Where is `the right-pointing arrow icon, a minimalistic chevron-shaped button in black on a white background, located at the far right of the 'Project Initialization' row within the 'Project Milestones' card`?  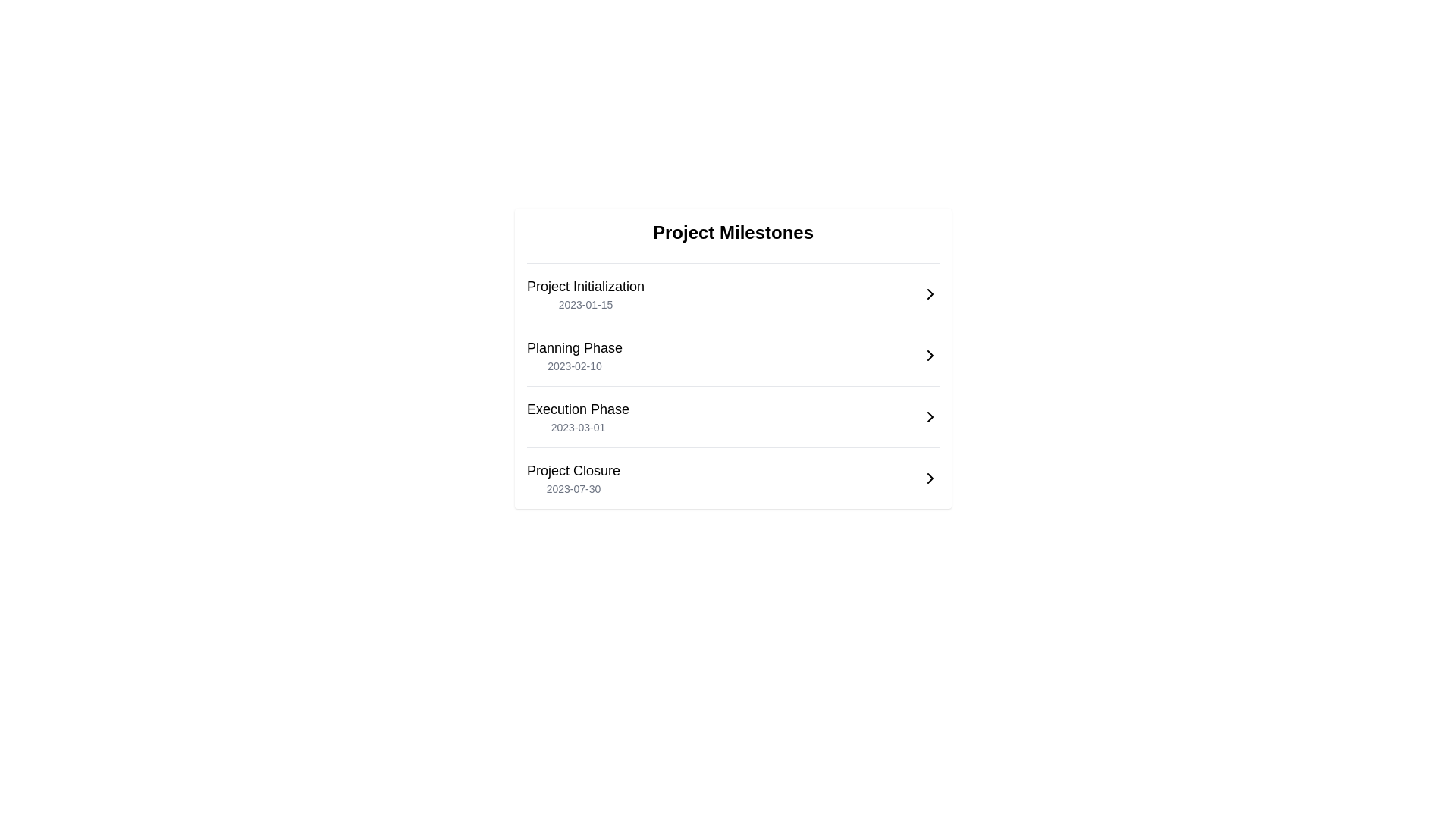 the right-pointing arrow icon, a minimalistic chevron-shaped button in black on a white background, located at the far right of the 'Project Initialization' row within the 'Project Milestones' card is located at coordinates (930, 294).